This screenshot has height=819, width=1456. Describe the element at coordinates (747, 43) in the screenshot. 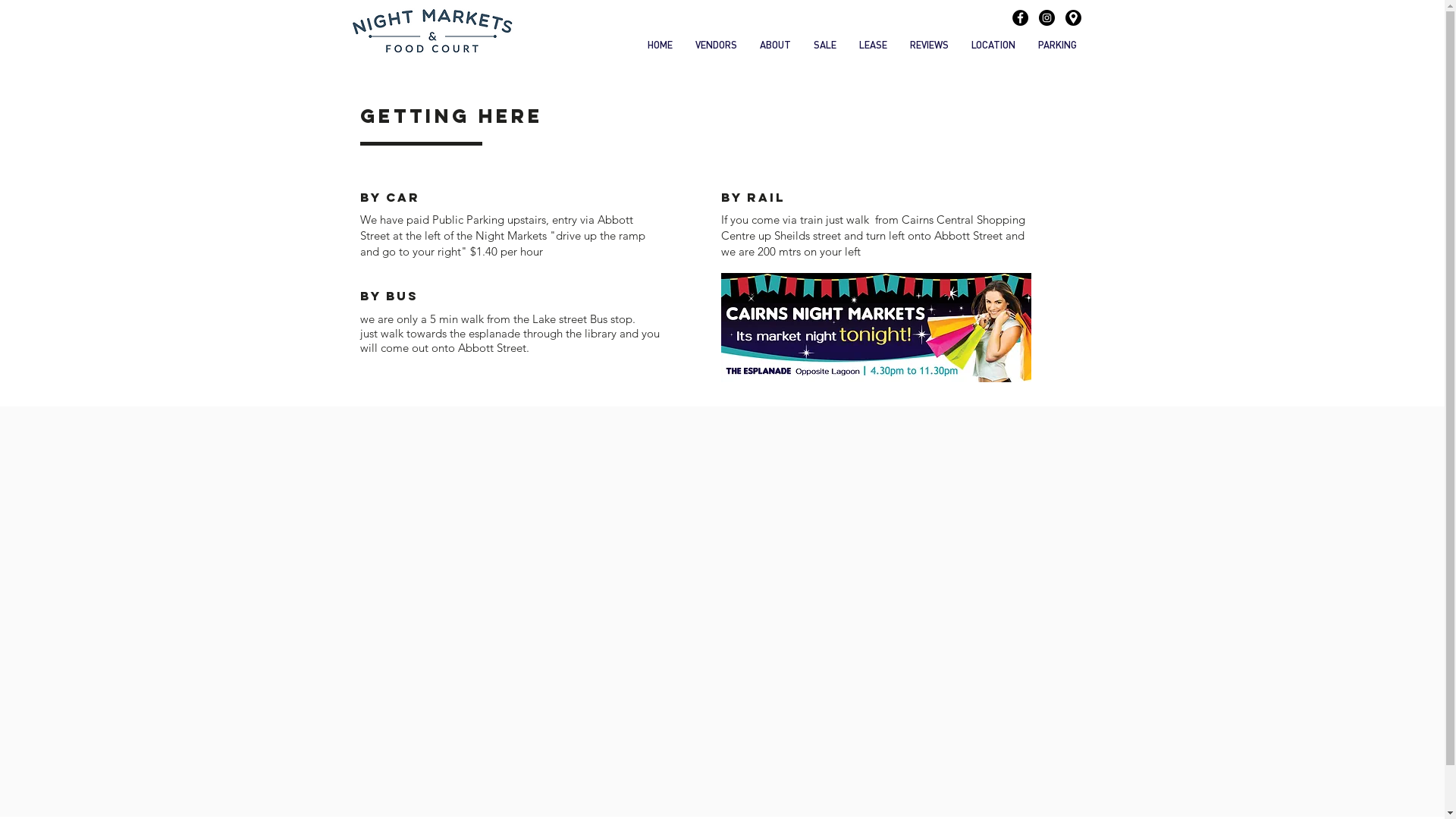

I see `'ABOUT'` at that location.